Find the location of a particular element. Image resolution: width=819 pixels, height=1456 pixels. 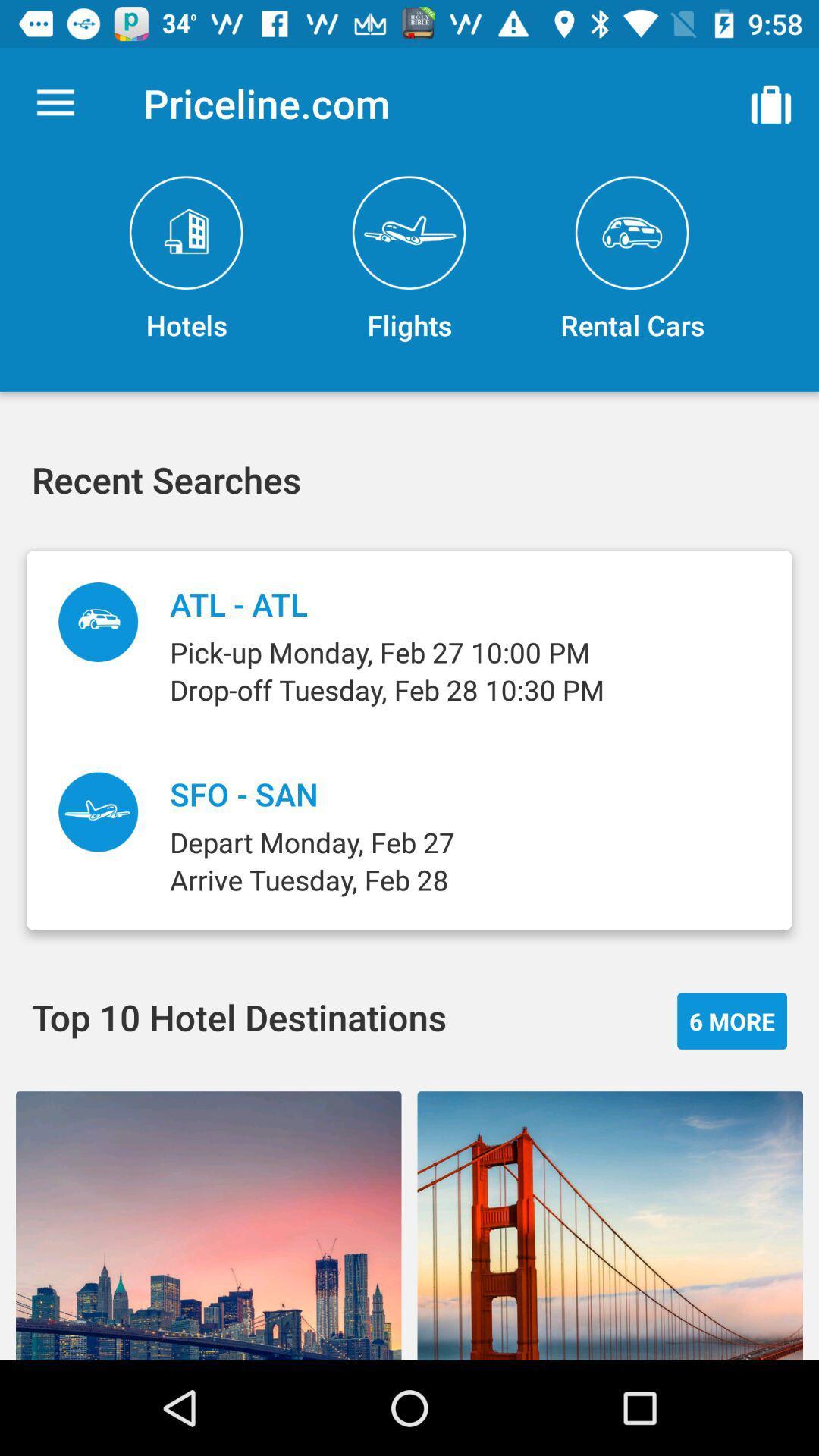

the item to the right of the flights is located at coordinates (771, 102).